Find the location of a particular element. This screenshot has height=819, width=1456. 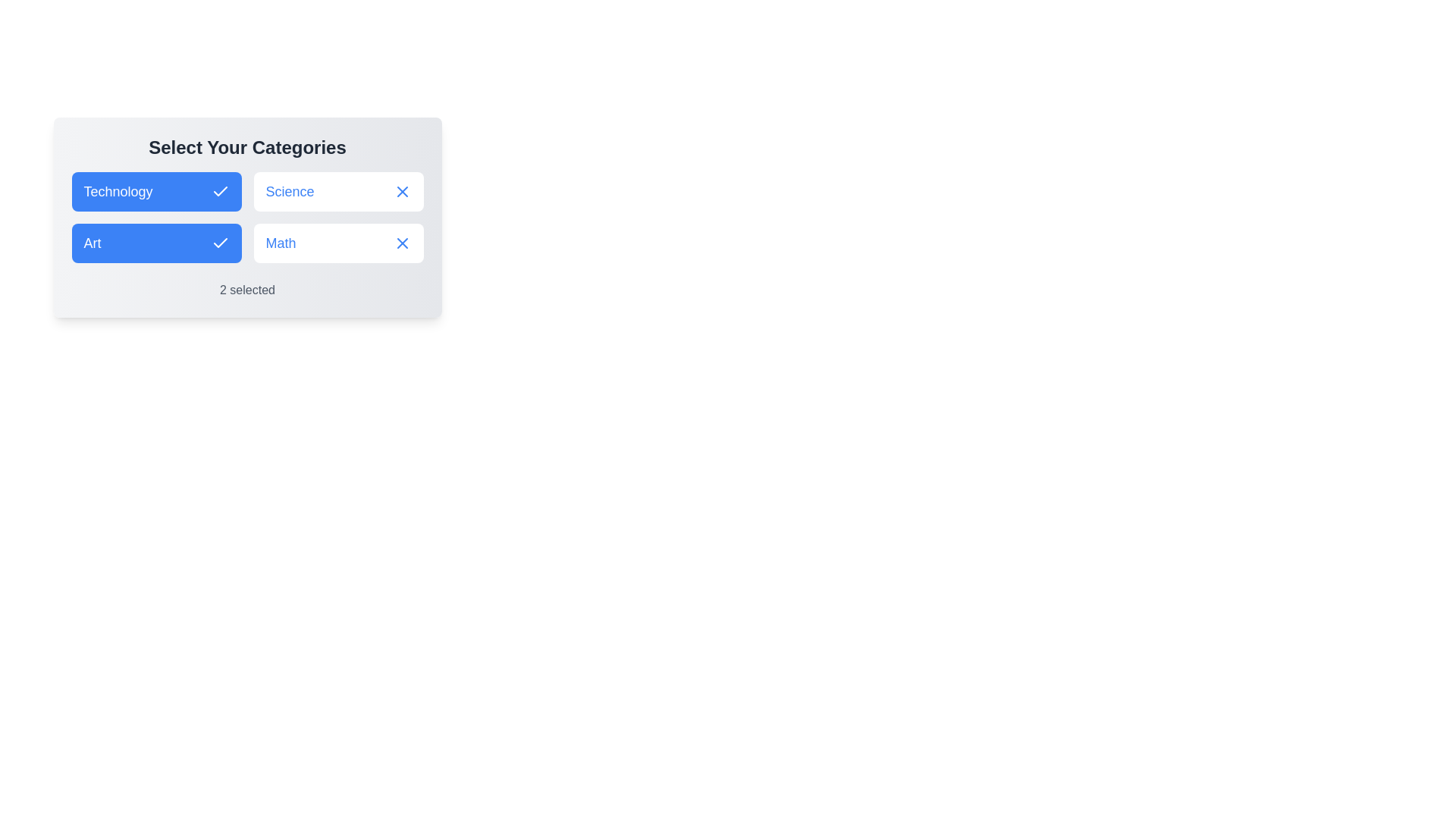

the chip labeled Science is located at coordinates (337, 191).